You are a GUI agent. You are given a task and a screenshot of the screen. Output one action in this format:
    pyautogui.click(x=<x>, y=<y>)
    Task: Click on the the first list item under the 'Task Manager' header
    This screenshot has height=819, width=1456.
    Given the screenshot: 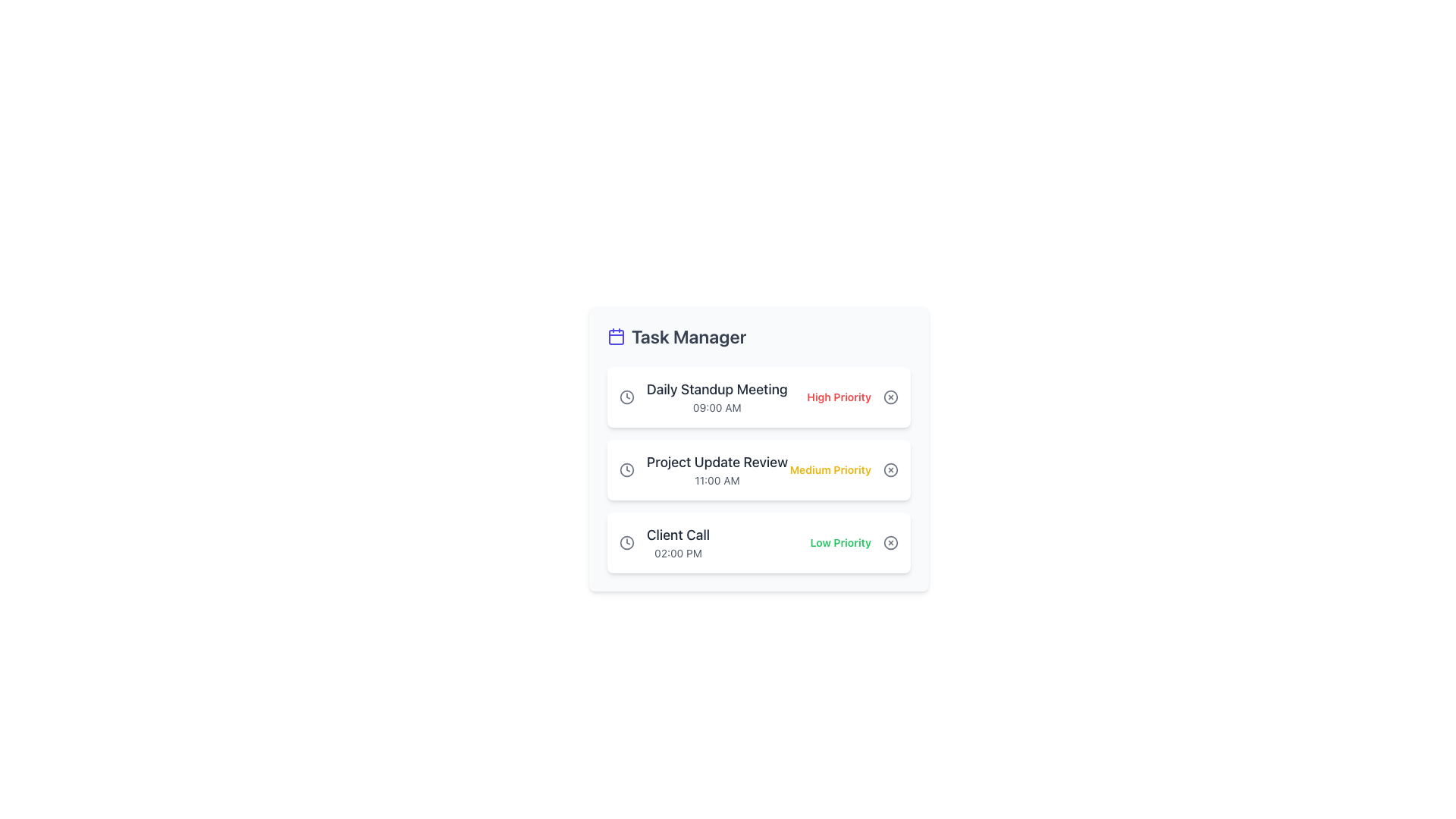 What is the action you would take?
    pyautogui.click(x=702, y=397)
    